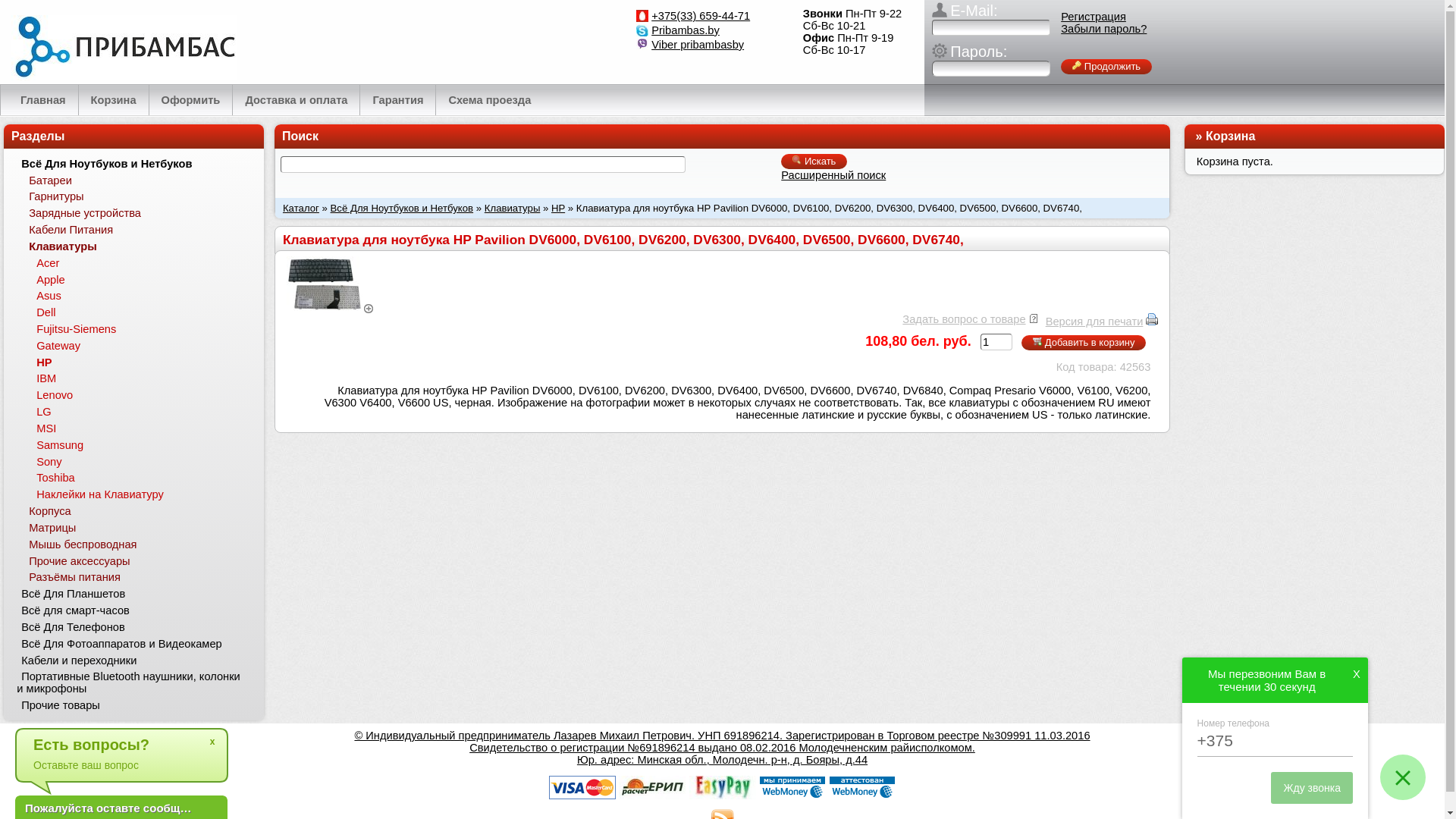 The width and height of the screenshot is (1456, 819). I want to click on ' EasyPay ', so click(720, 786).